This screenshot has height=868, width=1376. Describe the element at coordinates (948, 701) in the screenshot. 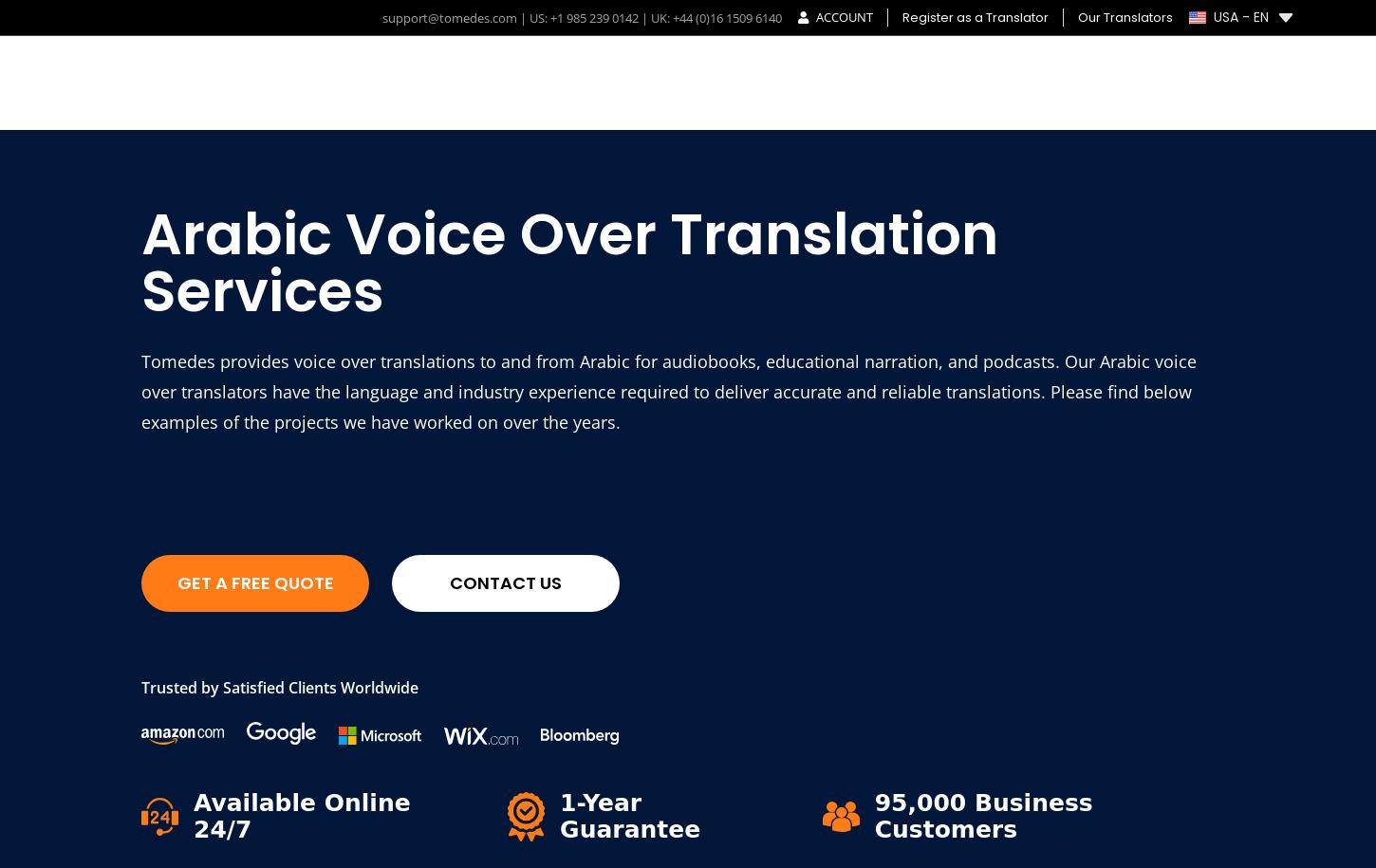

I see `'Tell Us More About Your Needs'` at that location.